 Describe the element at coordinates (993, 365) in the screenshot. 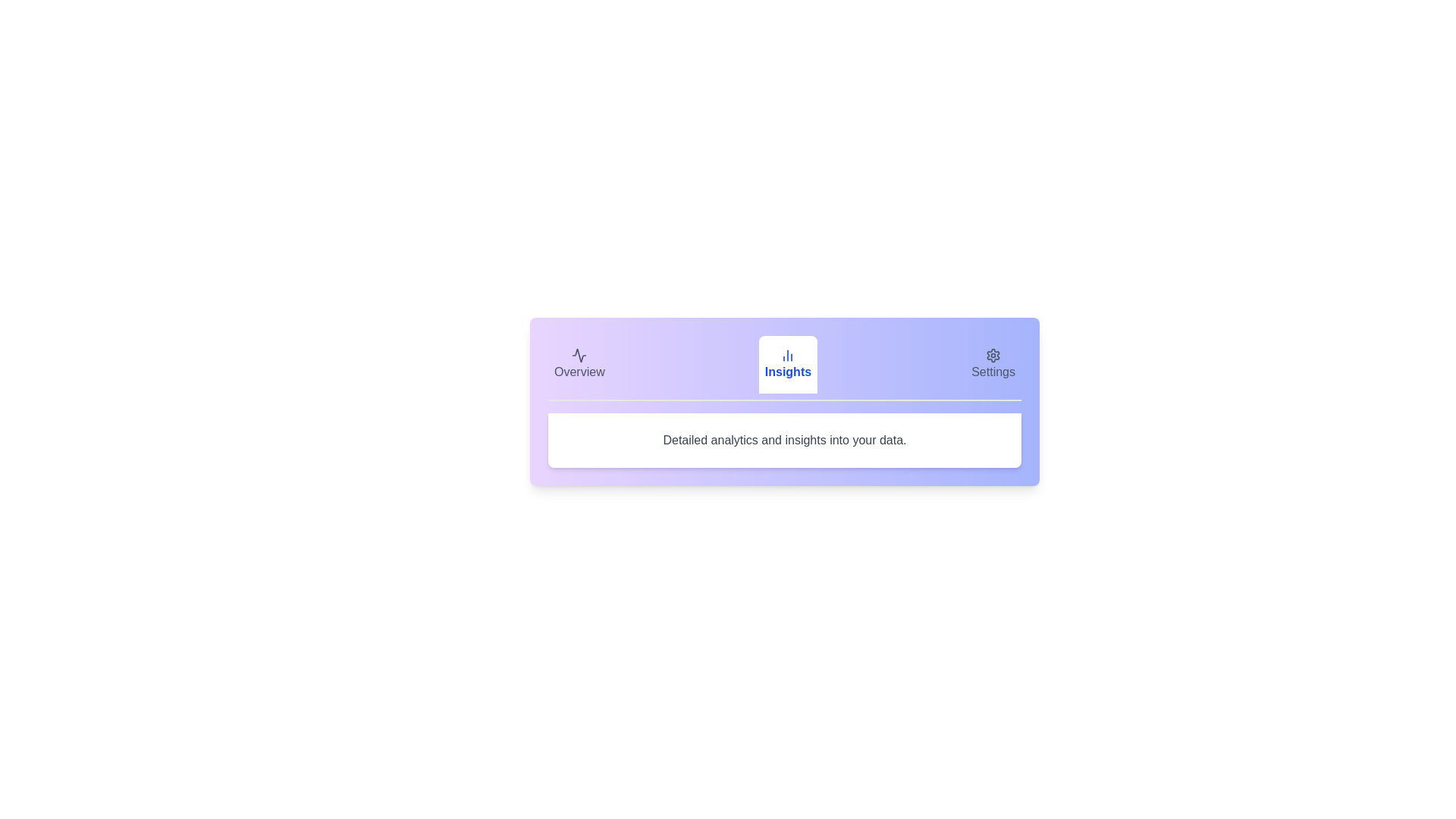

I see `the Settings tab to view its content` at that location.